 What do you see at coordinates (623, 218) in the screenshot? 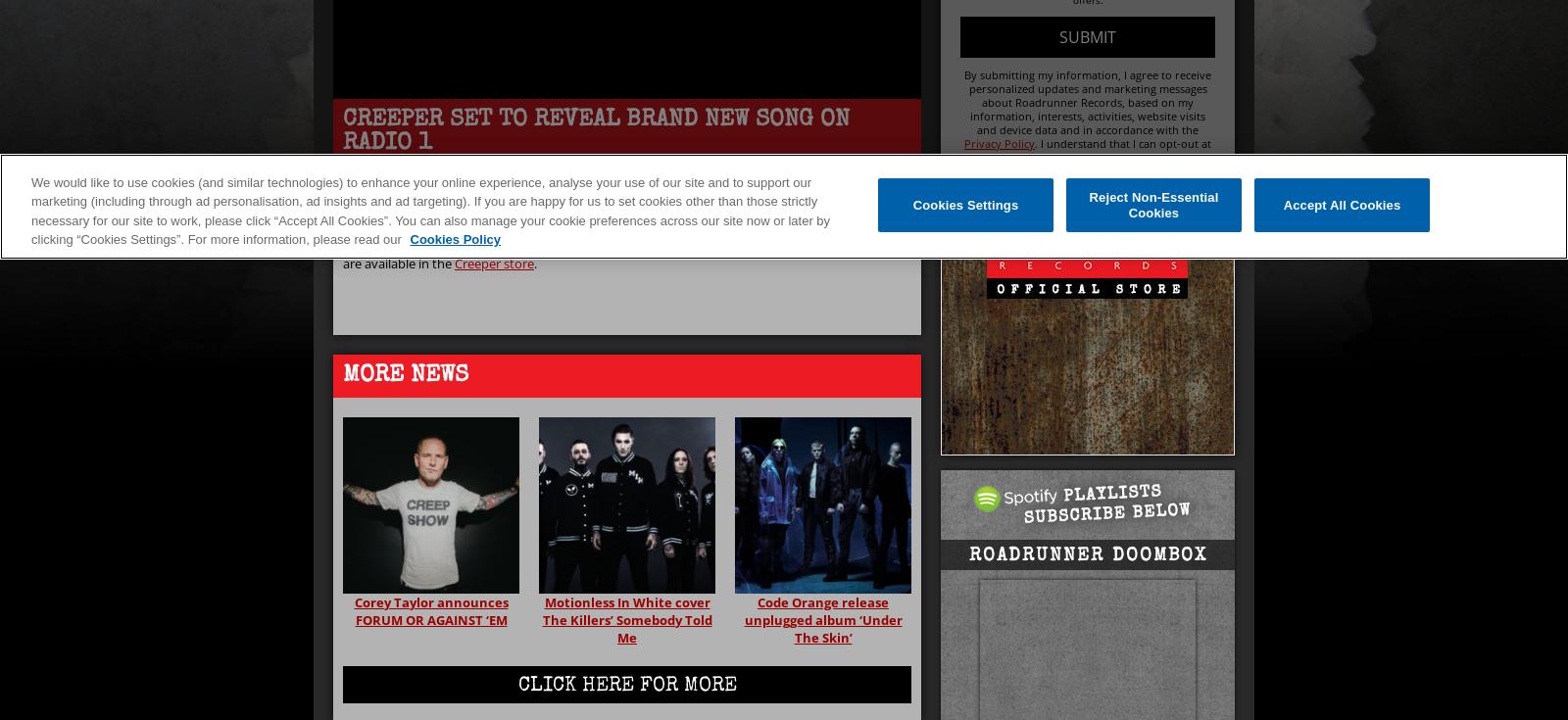
I see `'on BBC Radio 1. ‘Black Rain’ will be the Hottest Record In The World.'` at bounding box center [623, 218].